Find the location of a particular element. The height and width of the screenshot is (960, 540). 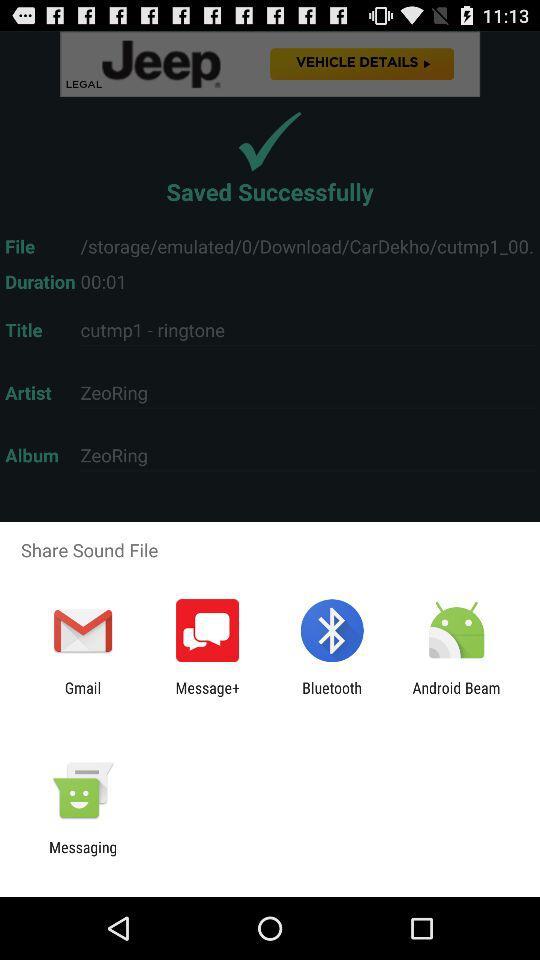

app to the right of the message+ icon is located at coordinates (332, 696).